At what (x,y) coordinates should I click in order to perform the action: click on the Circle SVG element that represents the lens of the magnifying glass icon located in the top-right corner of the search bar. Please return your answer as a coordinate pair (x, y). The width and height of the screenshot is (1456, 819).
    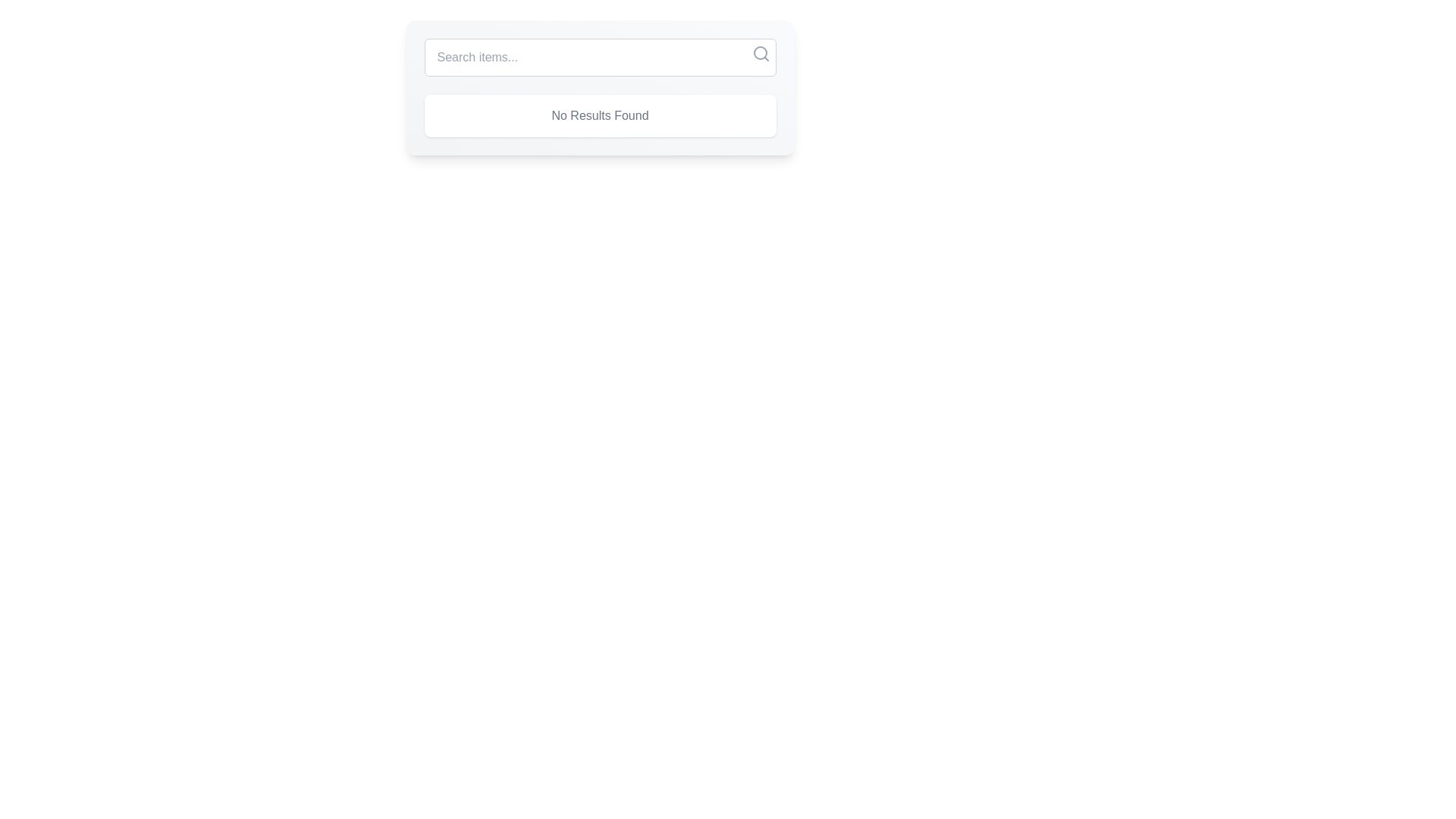
    Looking at the image, I should click on (760, 52).